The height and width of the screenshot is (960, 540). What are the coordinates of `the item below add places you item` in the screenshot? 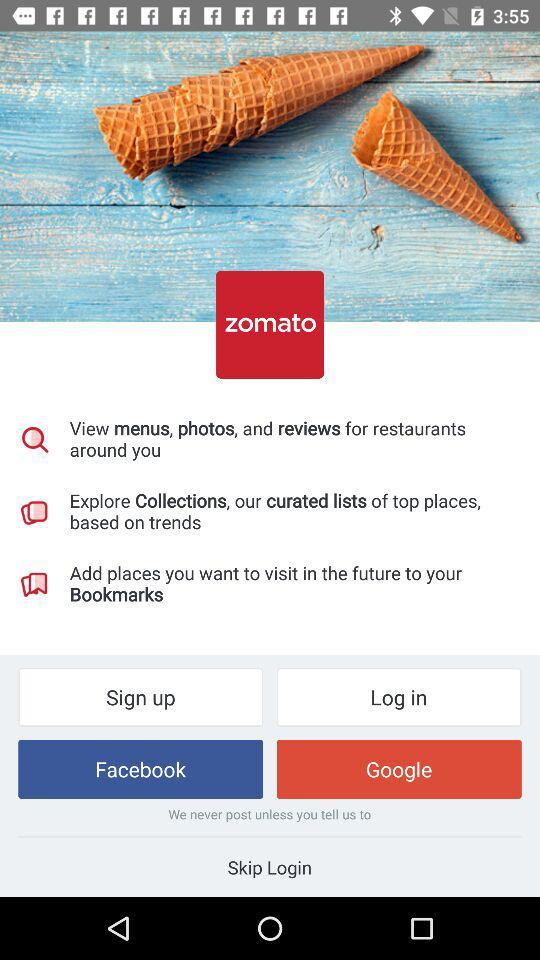 It's located at (139, 697).